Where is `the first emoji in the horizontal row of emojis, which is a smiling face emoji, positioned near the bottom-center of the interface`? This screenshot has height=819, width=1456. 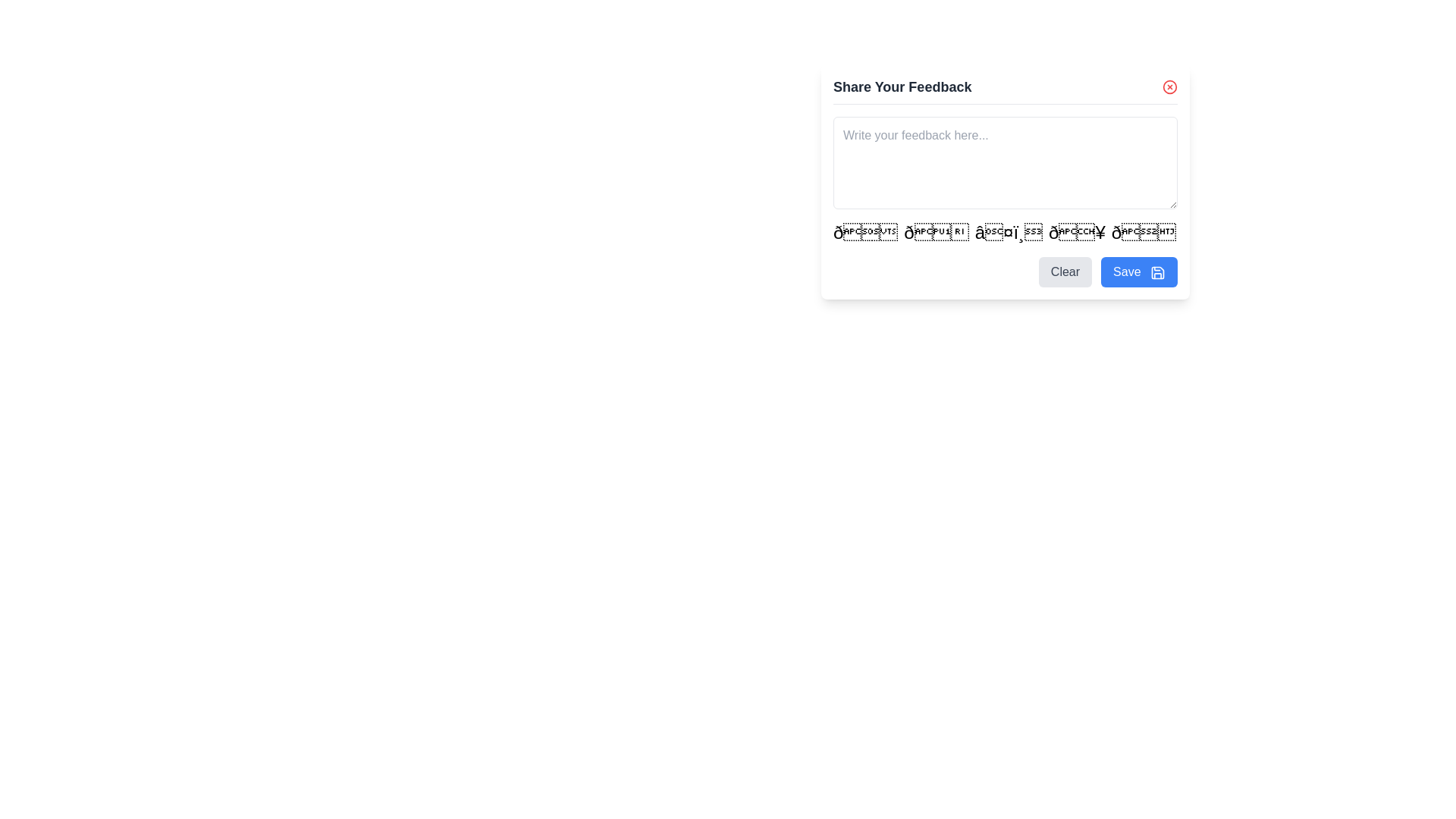
the first emoji in the horizontal row of emojis, which is a smiling face emoji, positioned near the bottom-center of the interface is located at coordinates (865, 233).